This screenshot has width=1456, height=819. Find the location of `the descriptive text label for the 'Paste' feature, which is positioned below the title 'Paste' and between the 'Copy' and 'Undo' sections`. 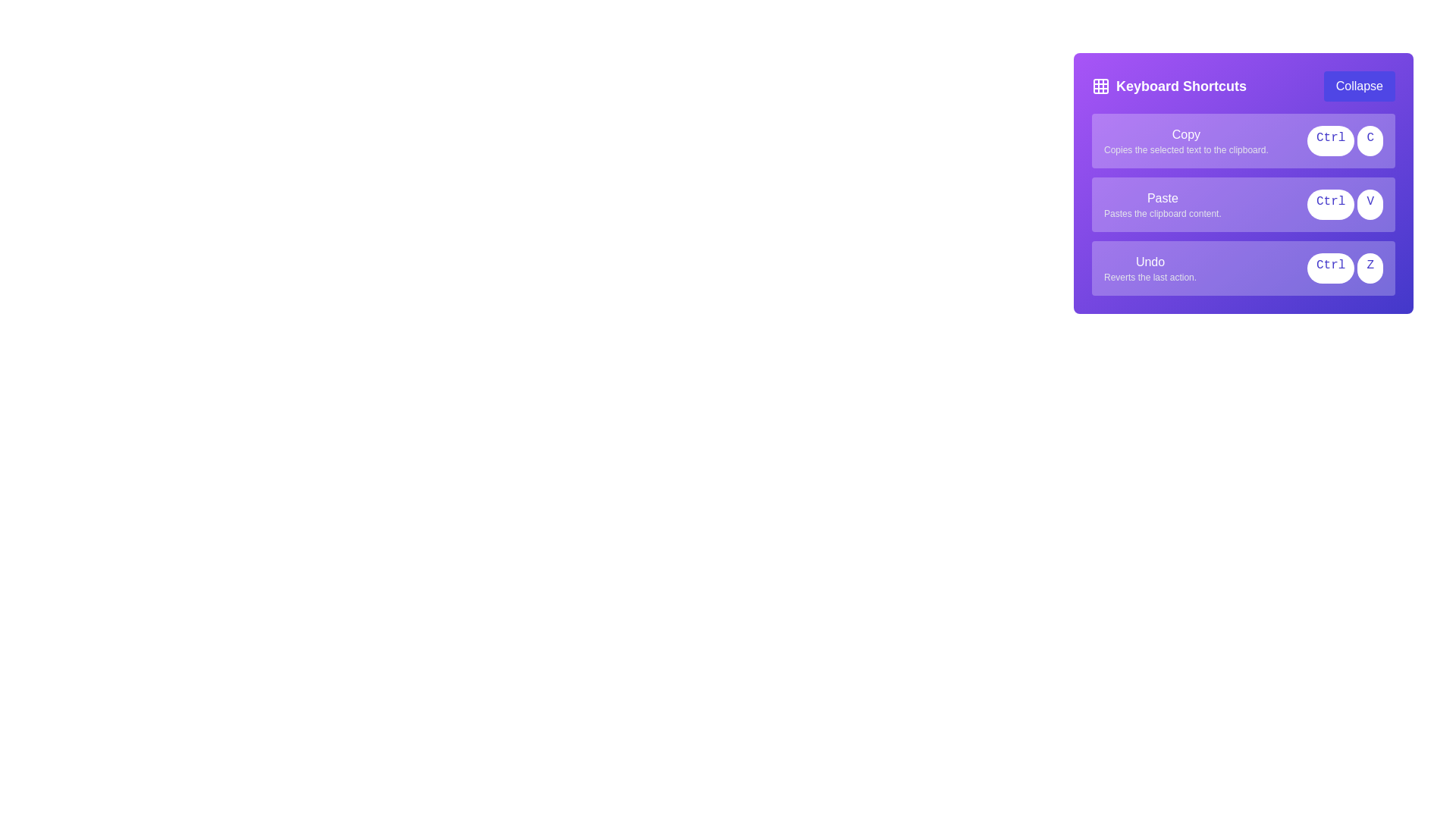

the descriptive text label for the 'Paste' feature, which is positioned below the title 'Paste' and between the 'Copy' and 'Undo' sections is located at coordinates (1162, 213).